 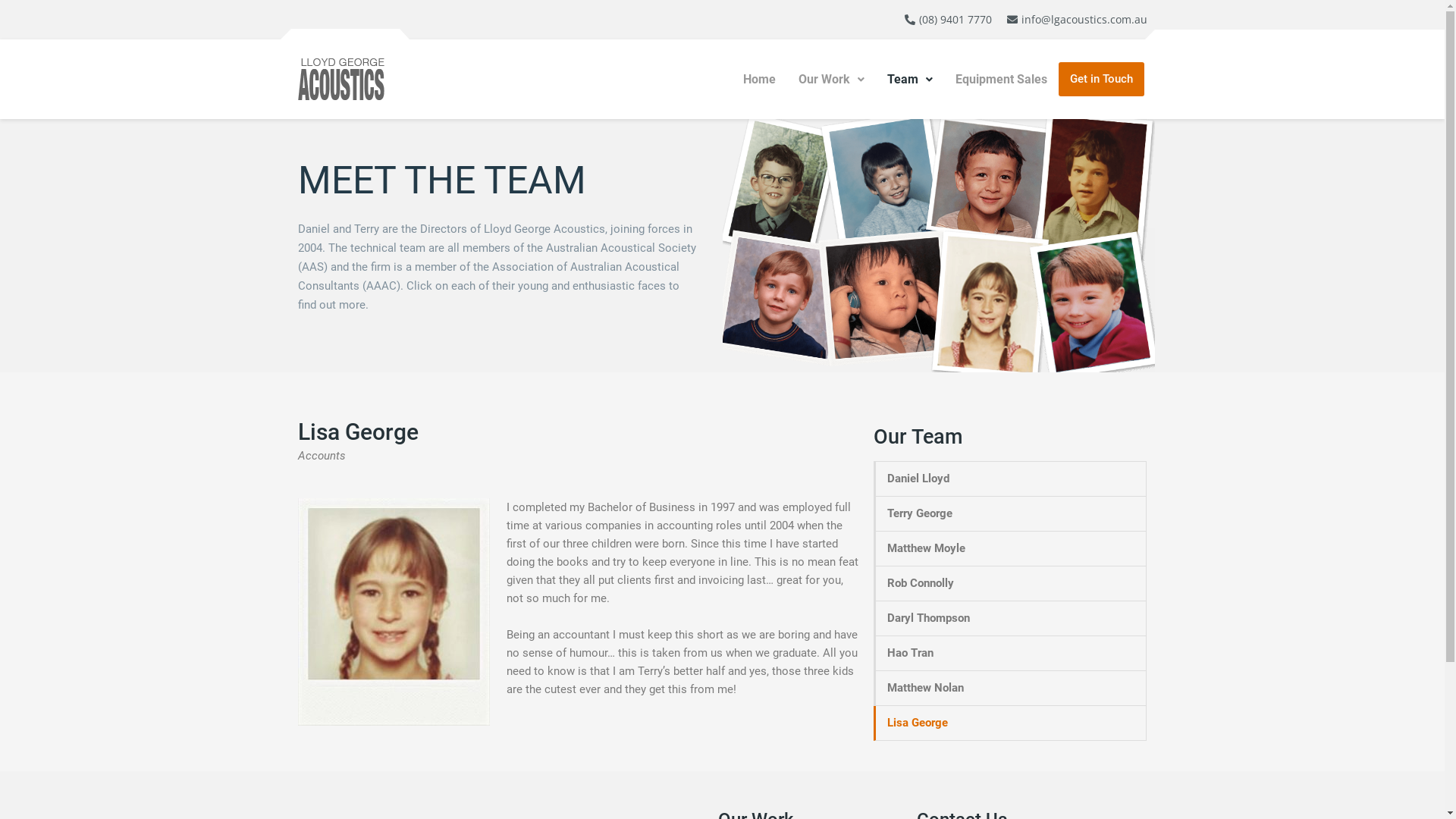 I want to click on 'Lisa George', so click(x=1011, y=722).